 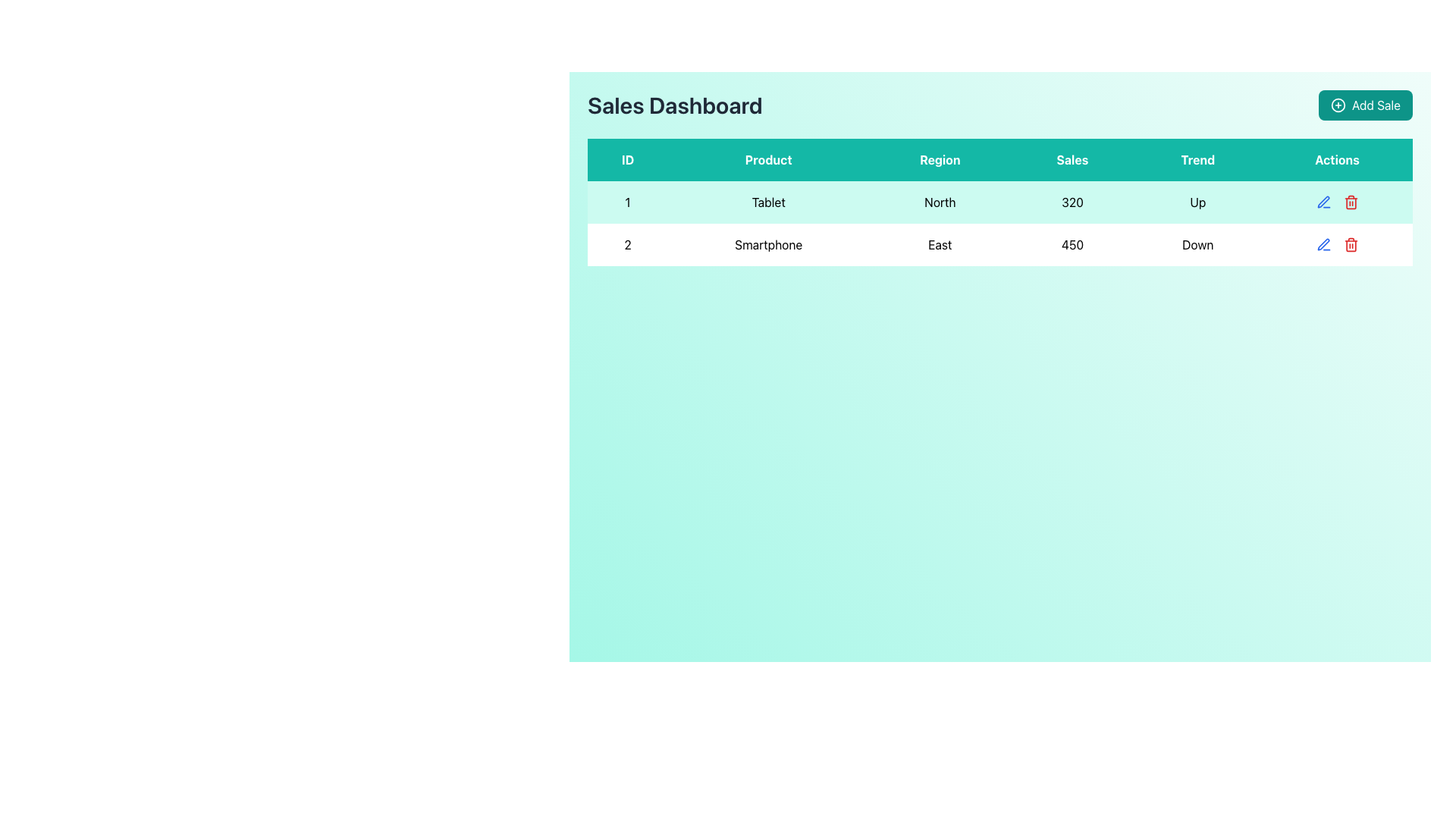 What do you see at coordinates (1323, 201) in the screenshot?
I see `the editing Icon Button located in the 'Actions' column of the second row of the table, positioned left of the red trash icon` at bounding box center [1323, 201].